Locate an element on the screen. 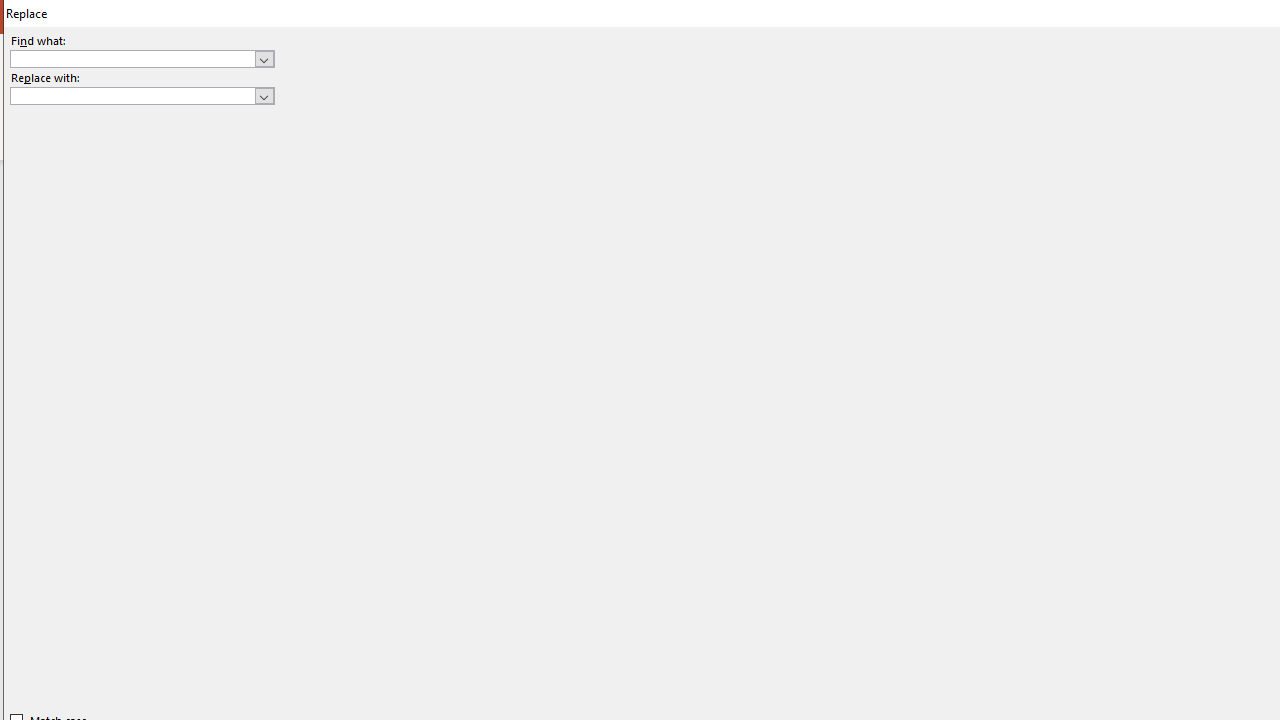 The height and width of the screenshot is (720, 1280). 'Find what' is located at coordinates (141, 57).